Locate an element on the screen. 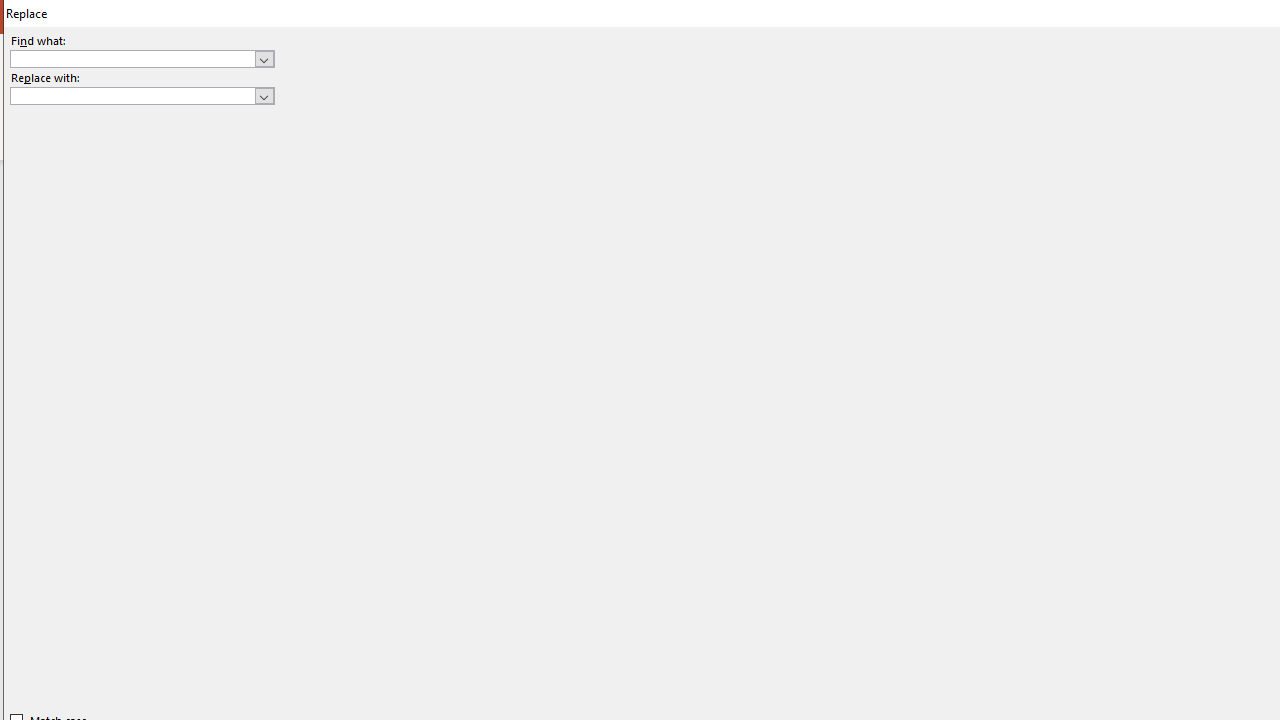 The height and width of the screenshot is (720, 1280). 'Find what' is located at coordinates (141, 57).